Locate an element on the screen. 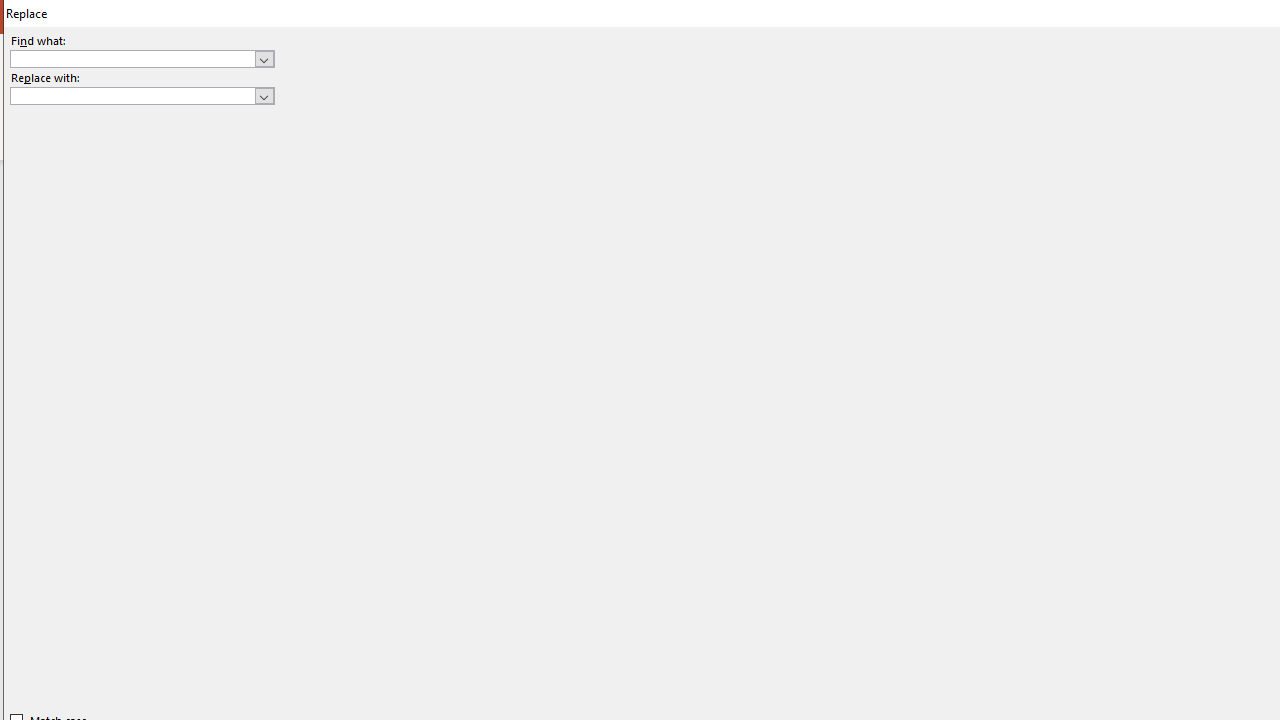 The height and width of the screenshot is (720, 1280). 'Find what' is located at coordinates (141, 57).